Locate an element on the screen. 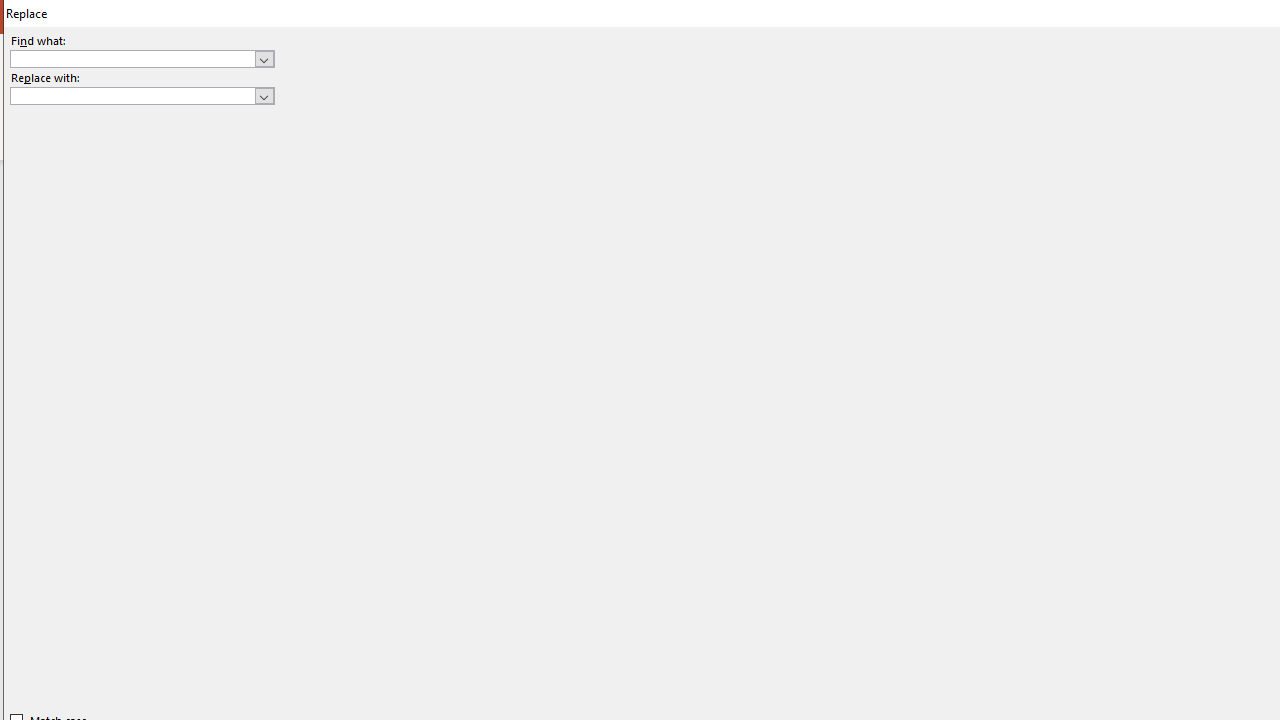 The height and width of the screenshot is (720, 1280). 'Find what' is located at coordinates (141, 57).